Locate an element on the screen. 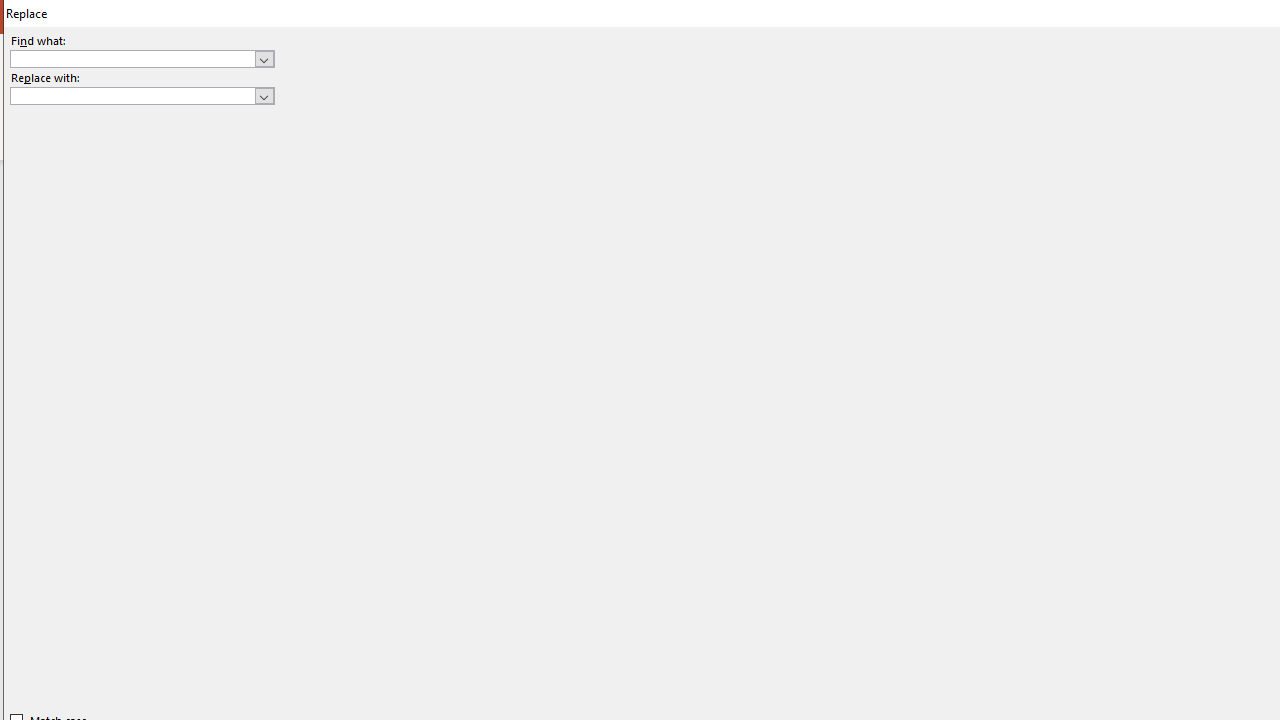 The height and width of the screenshot is (720, 1280). 'Find what' is located at coordinates (141, 57).